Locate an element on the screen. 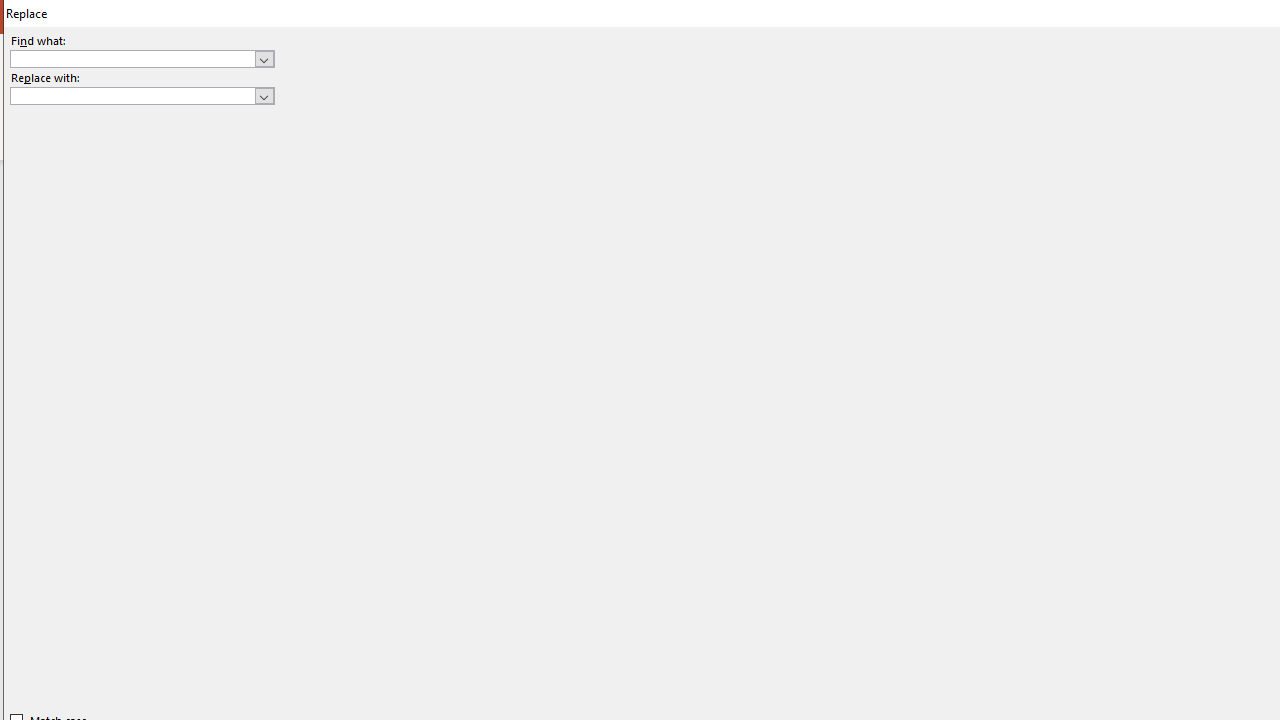 The height and width of the screenshot is (720, 1280). 'Find what' is located at coordinates (141, 57).